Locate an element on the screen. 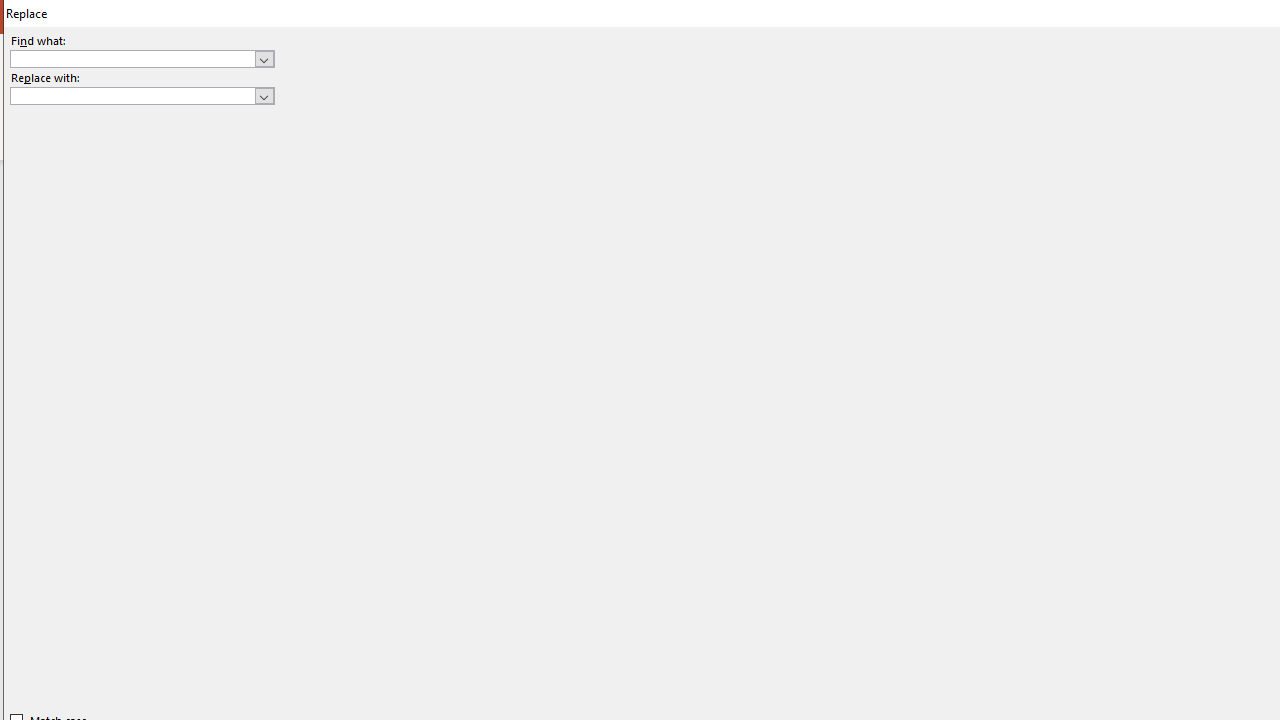 The height and width of the screenshot is (720, 1280). 'Find what' is located at coordinates (141, 57).